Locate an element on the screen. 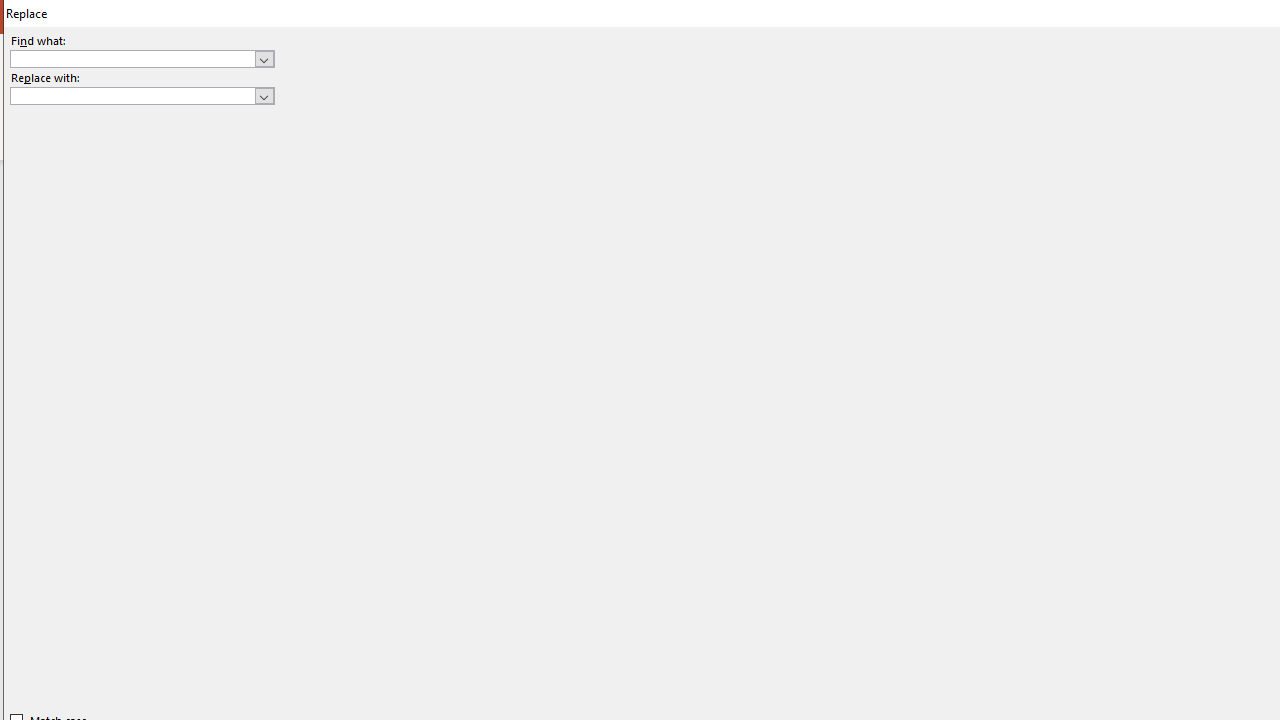 The height and width of the screenshot is (720, 1280). 'Find what' is located at coordinates (141, 57).